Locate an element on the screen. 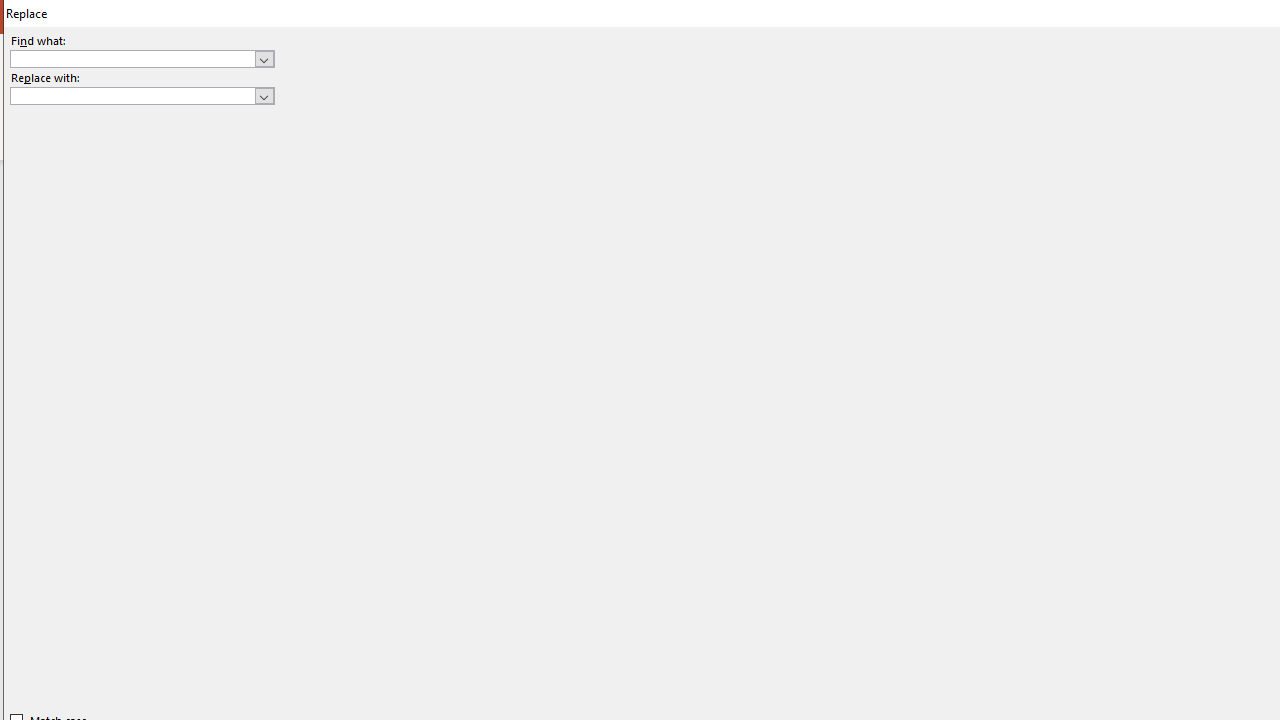 The height and width of the screenshot is (720, 1280). 'Find what' is located at coordinates (141, 57).